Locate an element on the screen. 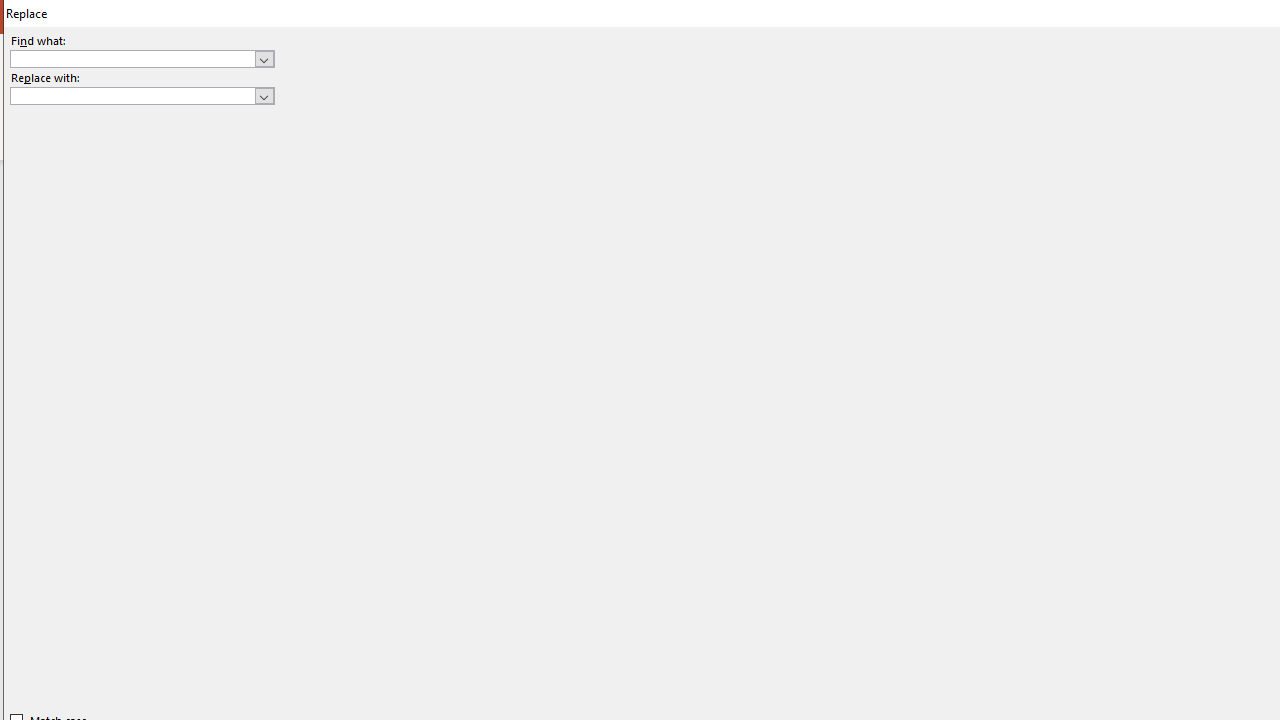 The height and width of the screenshot is (720, 1280). 'Find what' is located at coordinates (141, 57).